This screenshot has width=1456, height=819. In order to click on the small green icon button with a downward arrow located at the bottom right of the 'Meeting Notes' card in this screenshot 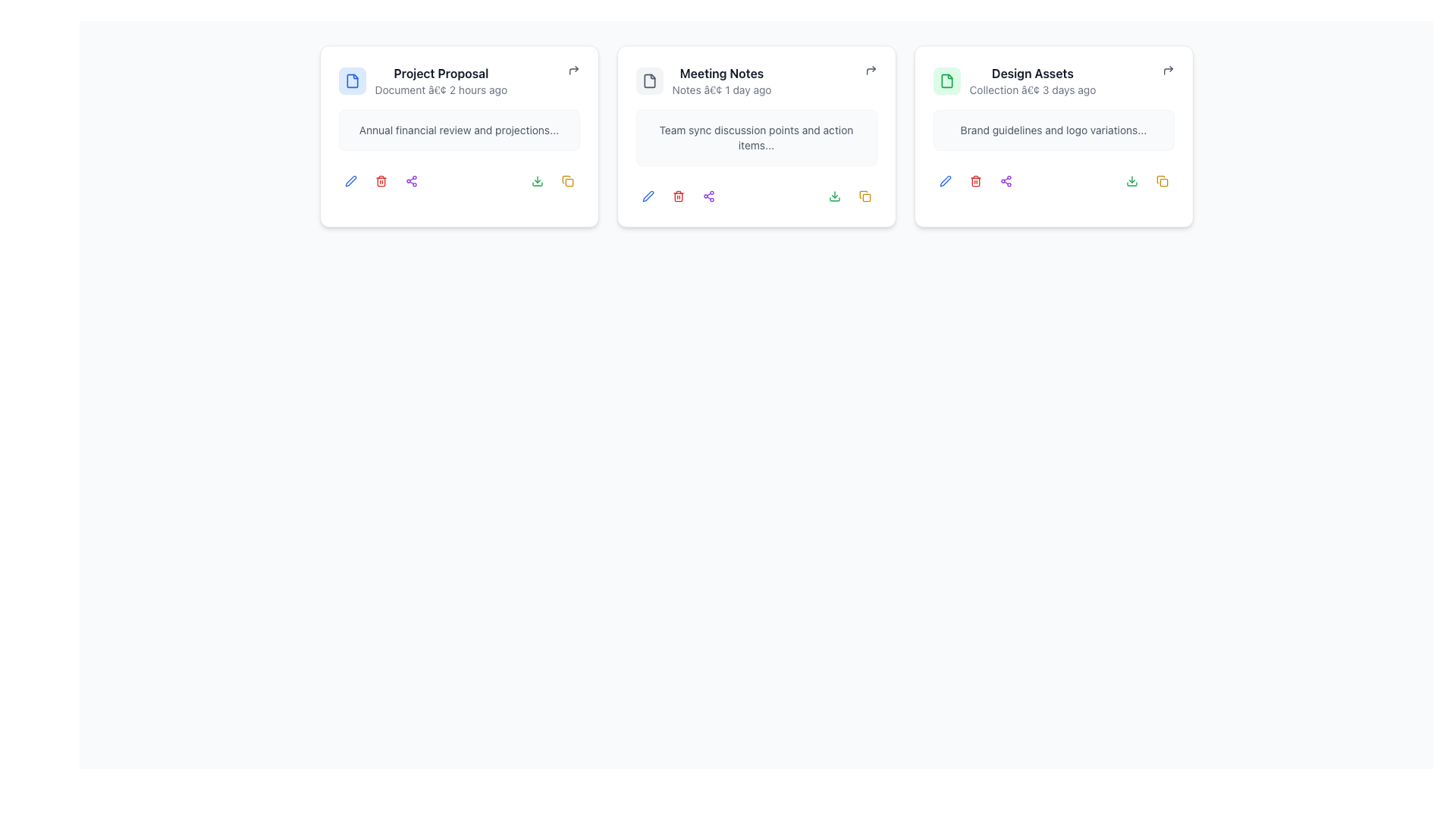, I will do `click(537, 180)`.